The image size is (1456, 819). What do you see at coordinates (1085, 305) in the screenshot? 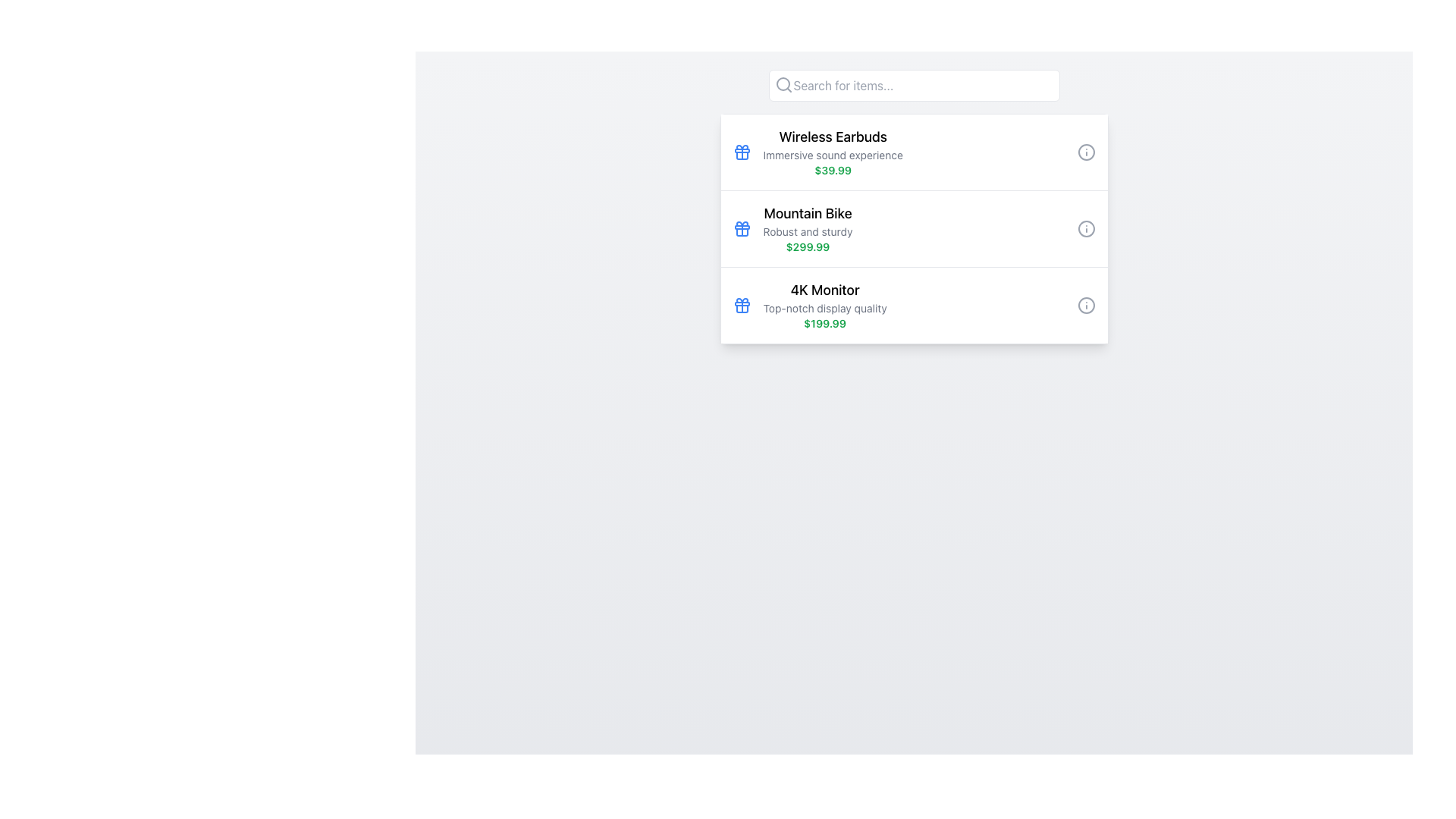
I see `the circular SVG component located within the third item's info icon in a vertical list` at bounding box center [1085, 305].